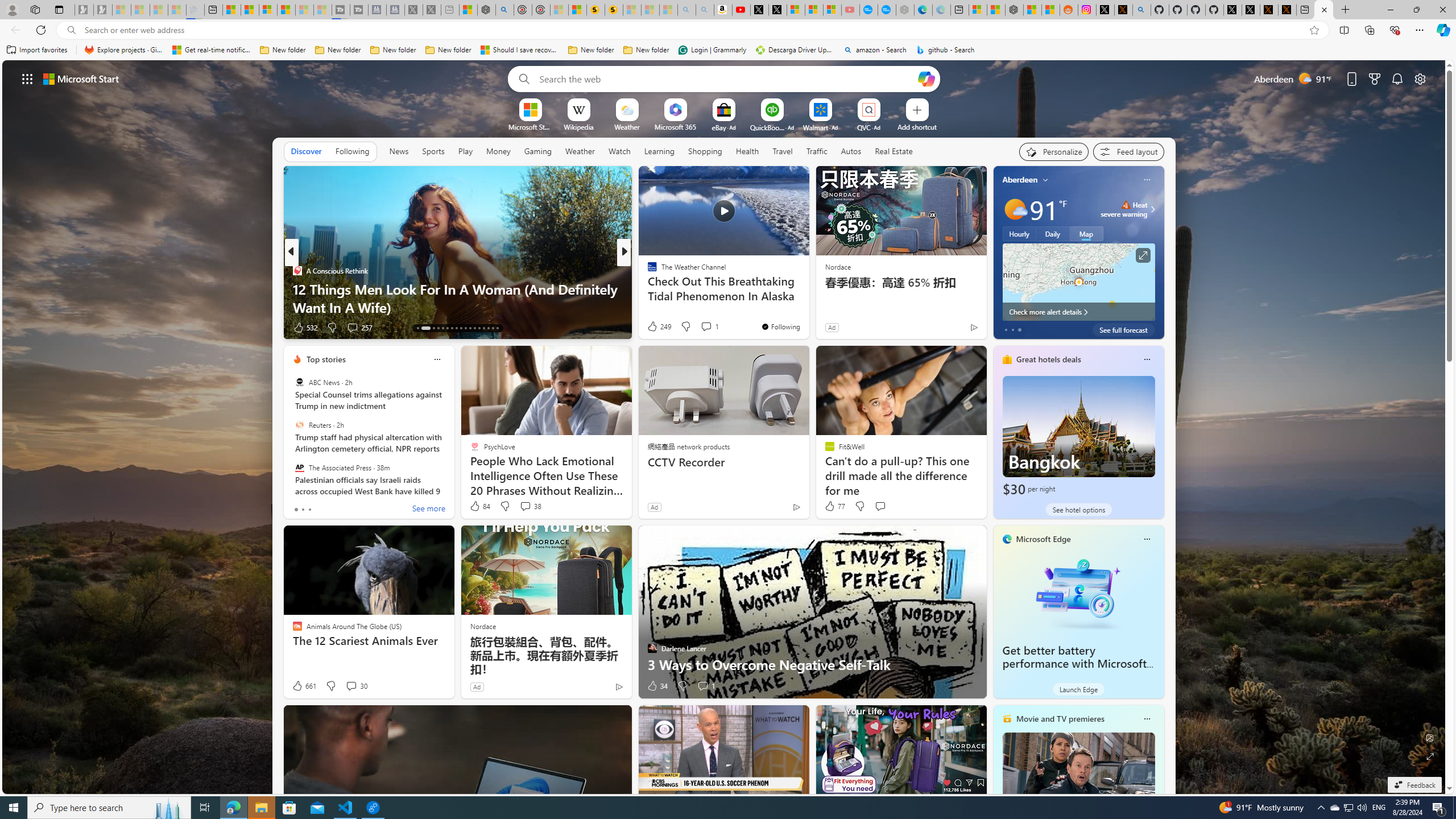 Image resolution: width=1456 pixels, height=819 pixels. What do you see at coordinates (578, 126) in the screenshot?
I see `'Wikipedia'` at bounding box center [578, 126].